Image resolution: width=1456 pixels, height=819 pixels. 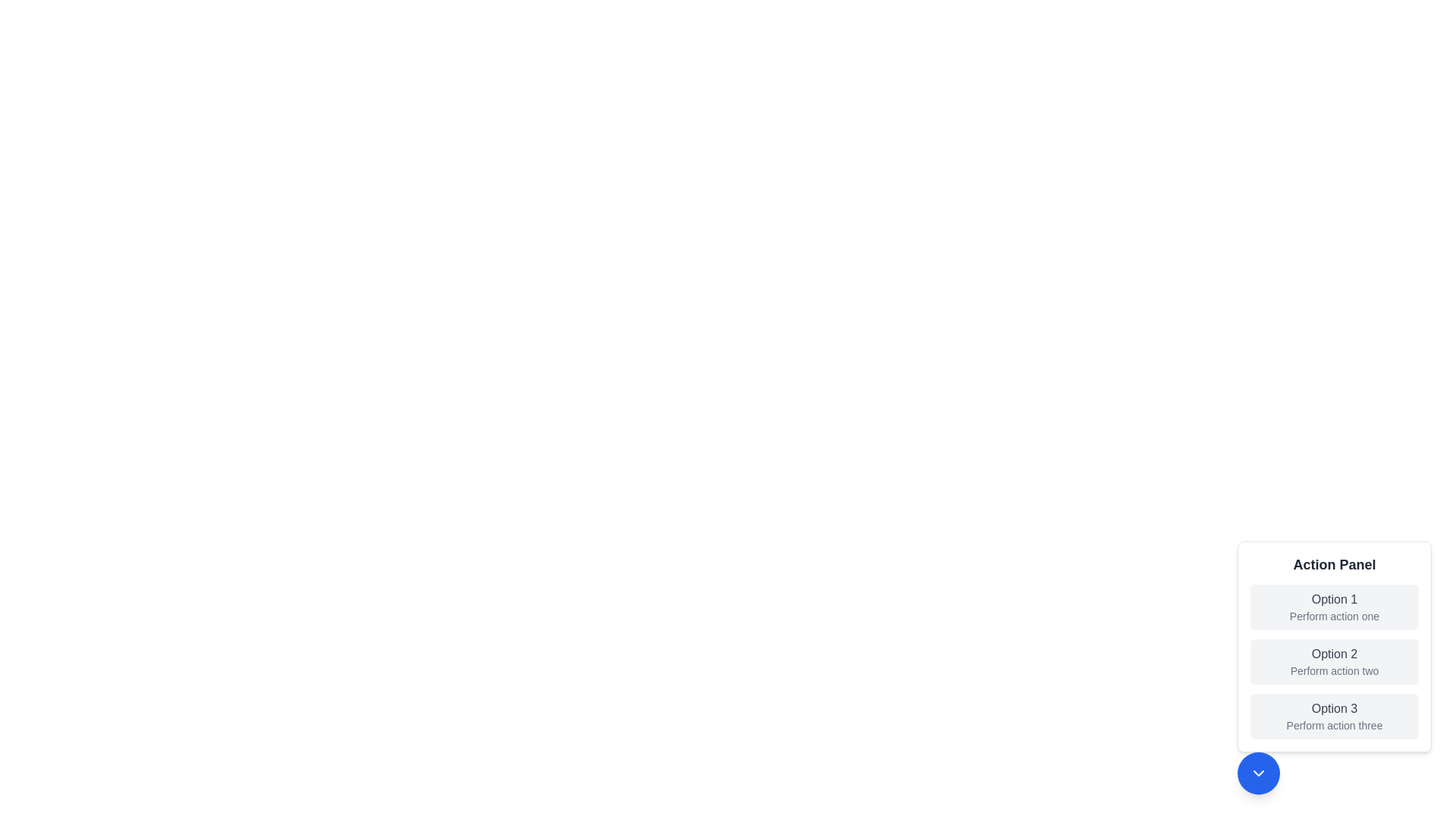 What do you see at coordinates (1259, 773) in the screenshot?
I see `the button located at the bottom-right corner of the interface` at bounding box center [1259, 773].